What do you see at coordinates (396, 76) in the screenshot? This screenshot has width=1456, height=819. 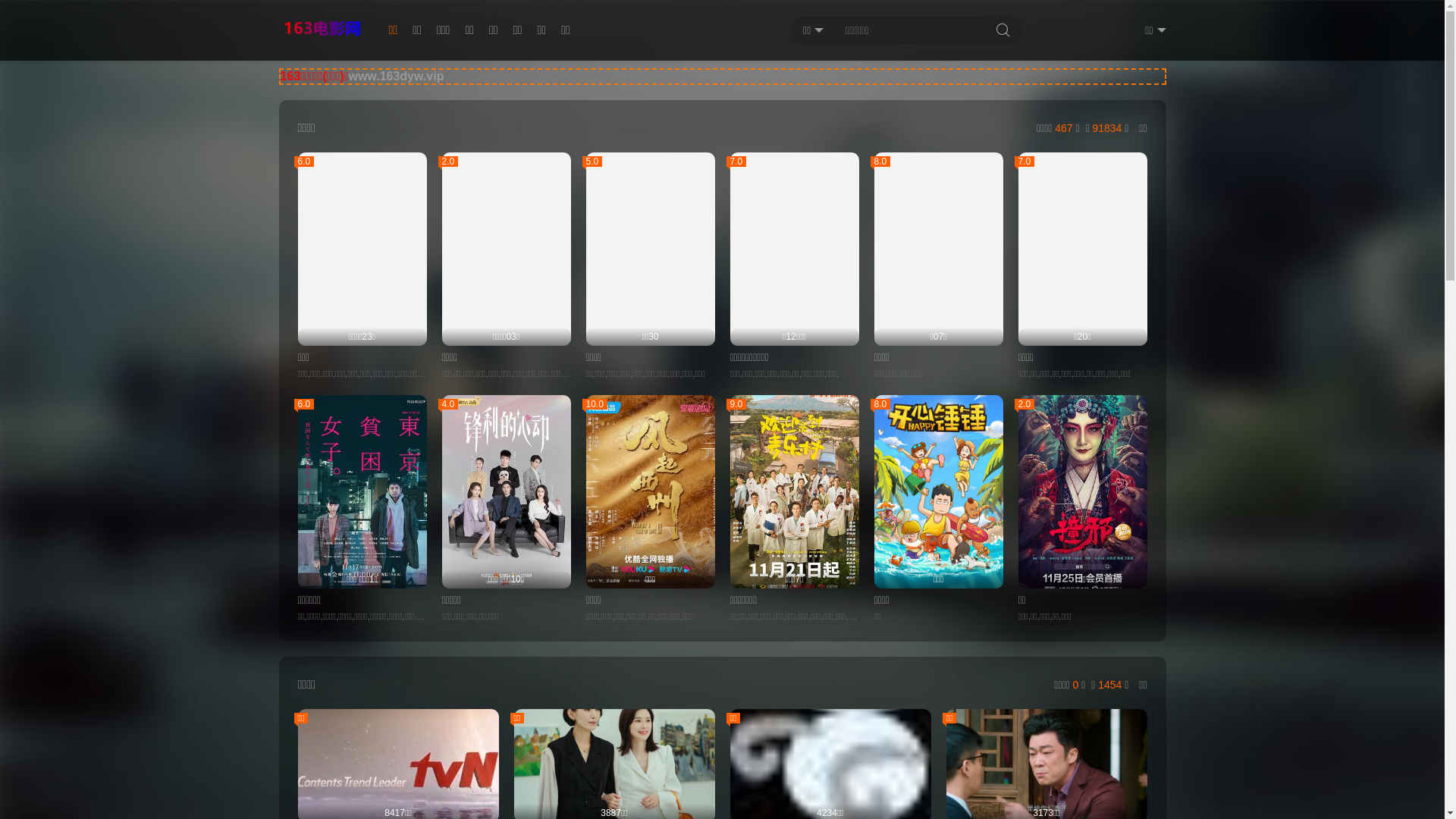 I see `'www.163dyw.vip'` at bounding box center [396, 76].